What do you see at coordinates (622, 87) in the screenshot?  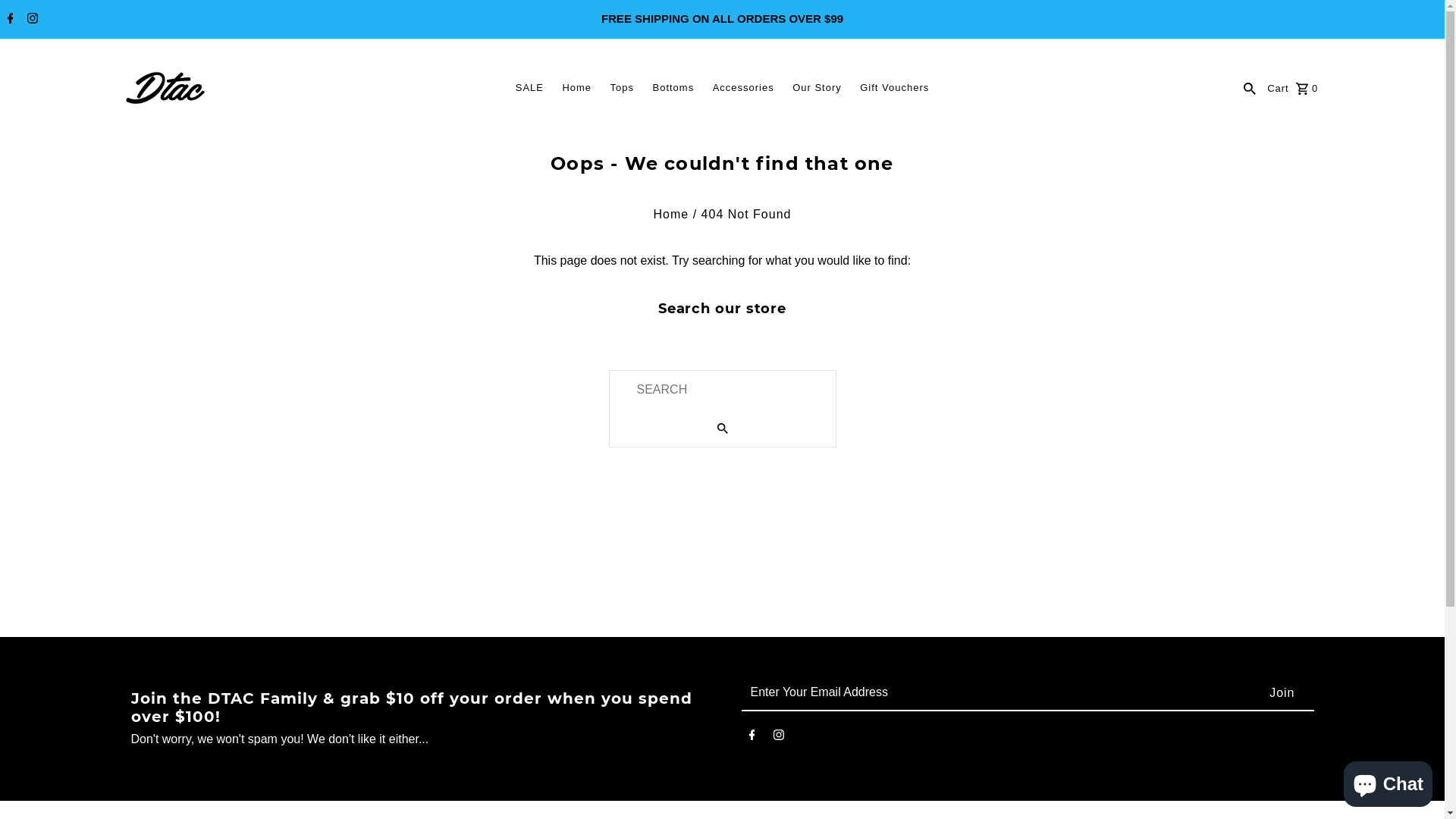 I see `'Tops'` at bounding box center [622, 87].